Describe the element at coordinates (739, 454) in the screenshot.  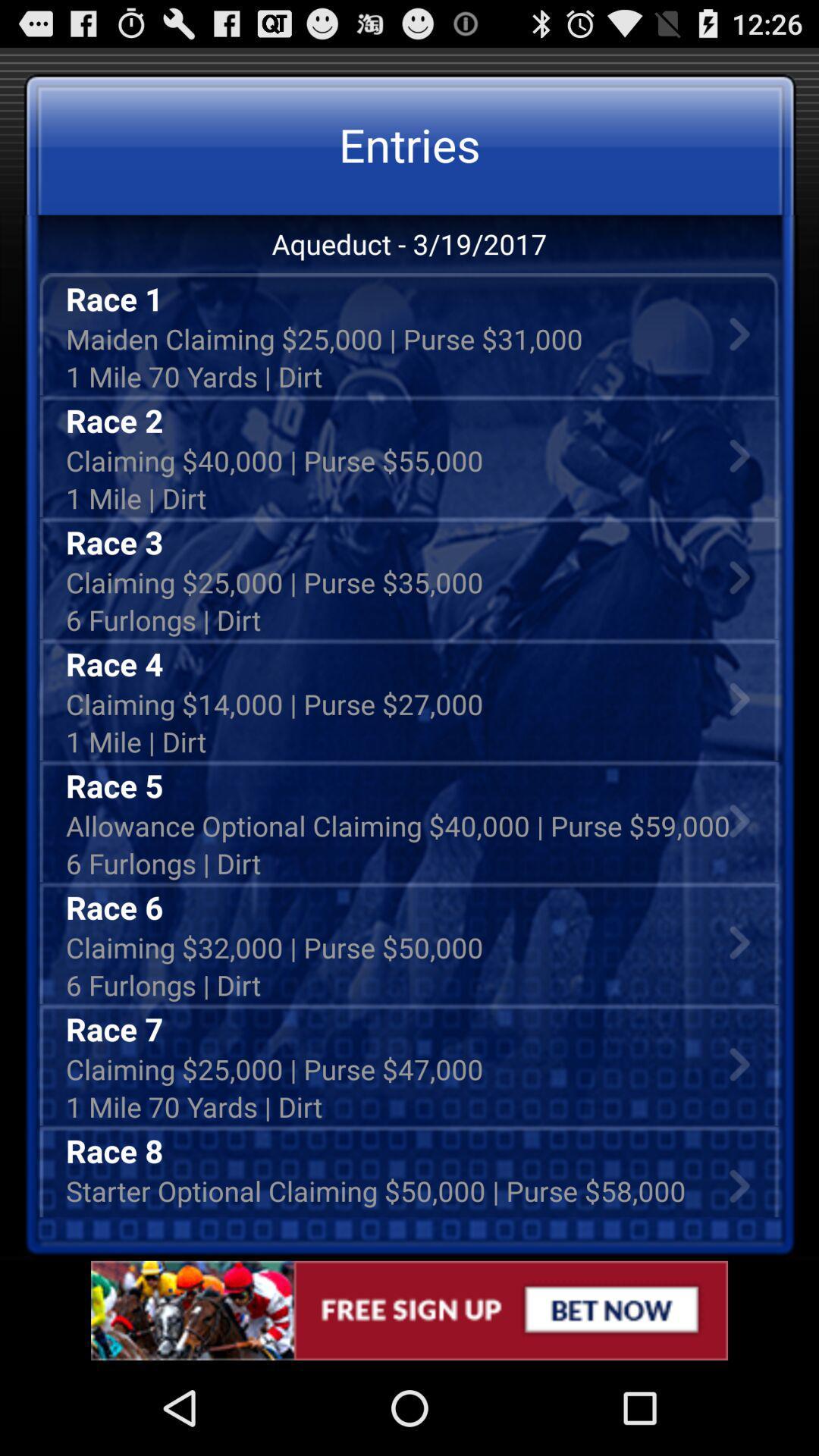
I see `the arrow icon beside race 2 text` at that location.